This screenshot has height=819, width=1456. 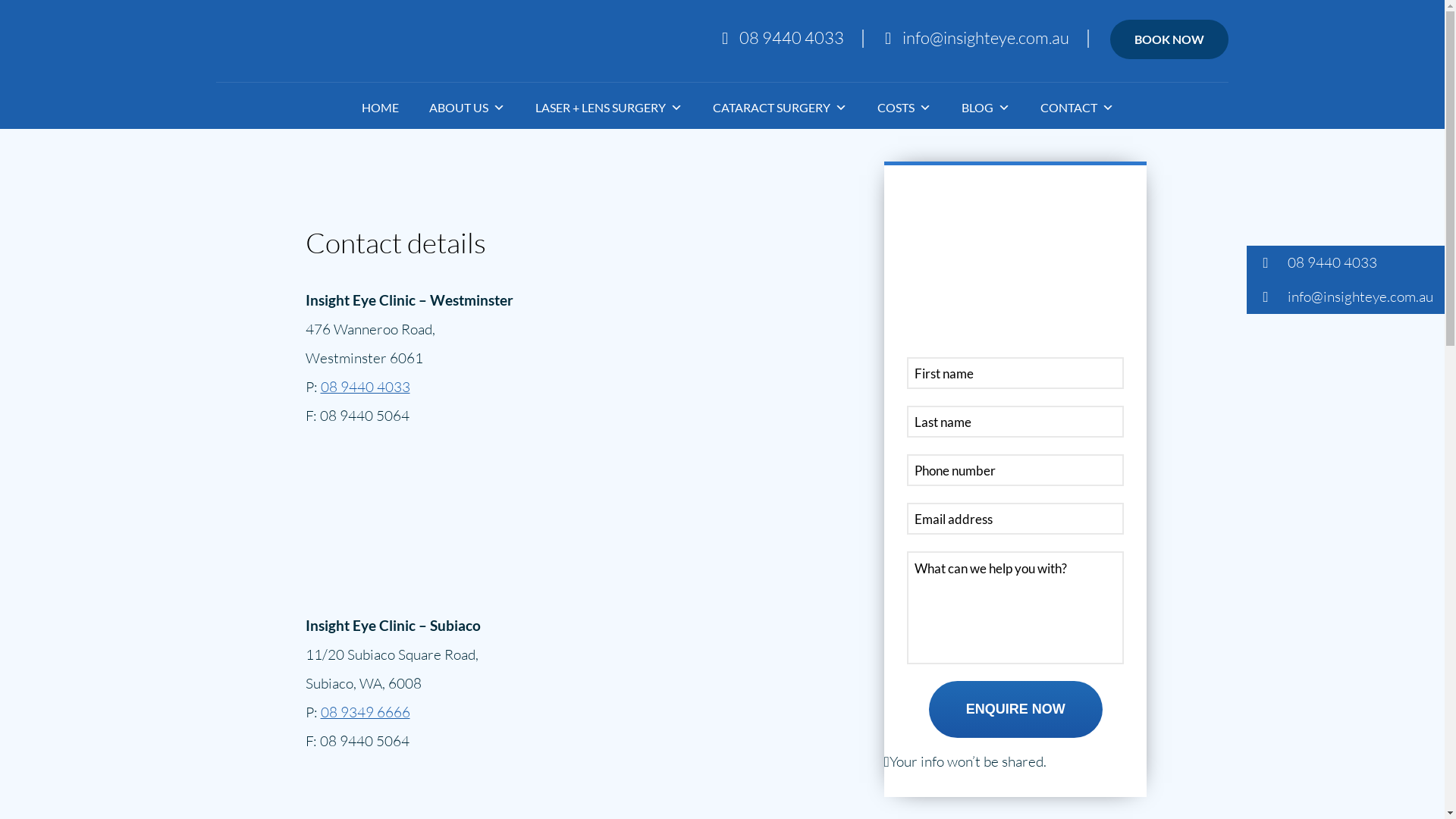 What do you see at coordinates (682, 107) in the screenshot?
I see `'CATARACT SURGERY'` at bounding box center [682, 107].